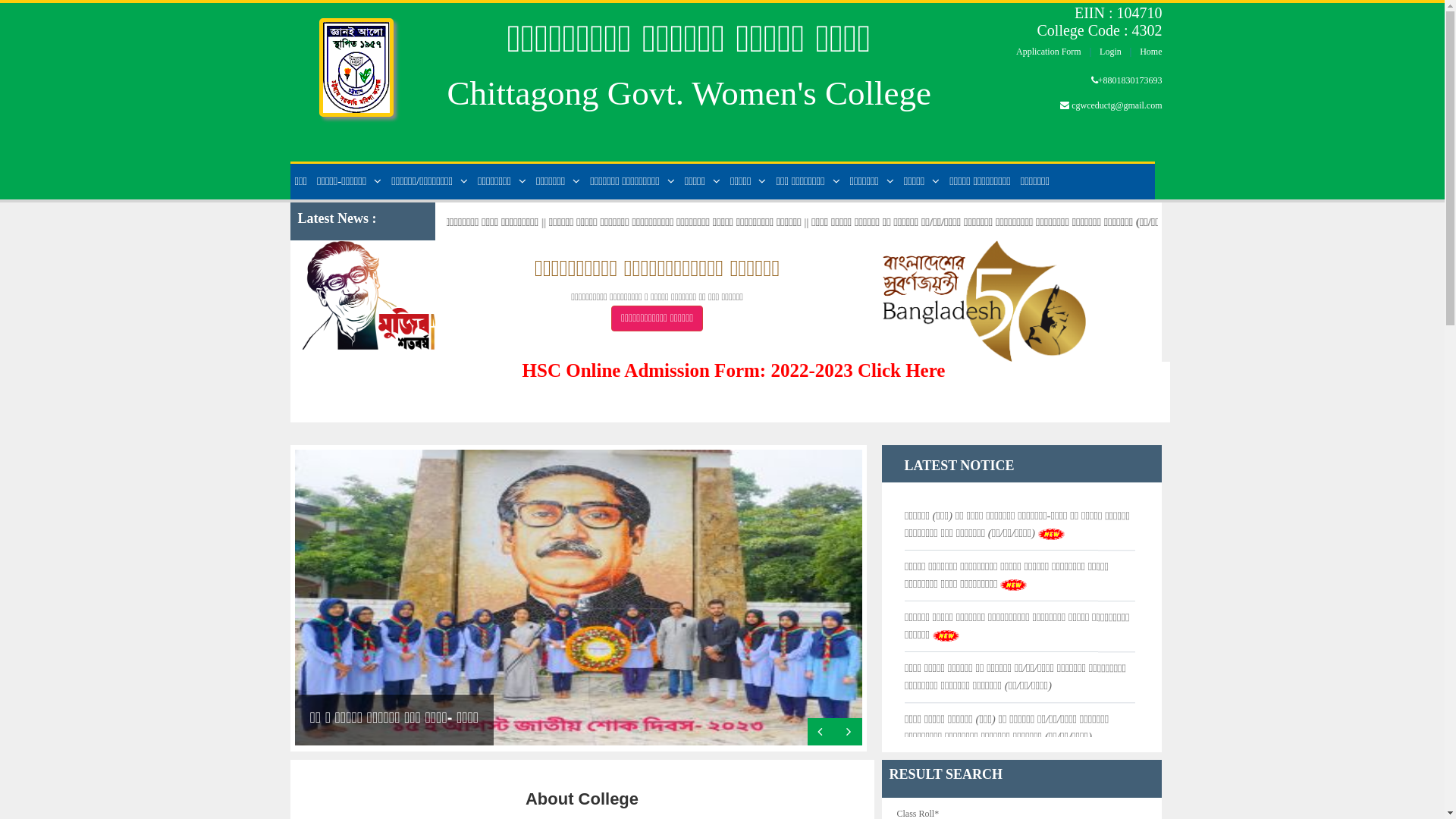 The width and height of the screenshot is (1456, 819). What do you see at coordinates (1047, 51) in the screenshot?
I see `'Application Form'` at bounding box center [1047, 51].